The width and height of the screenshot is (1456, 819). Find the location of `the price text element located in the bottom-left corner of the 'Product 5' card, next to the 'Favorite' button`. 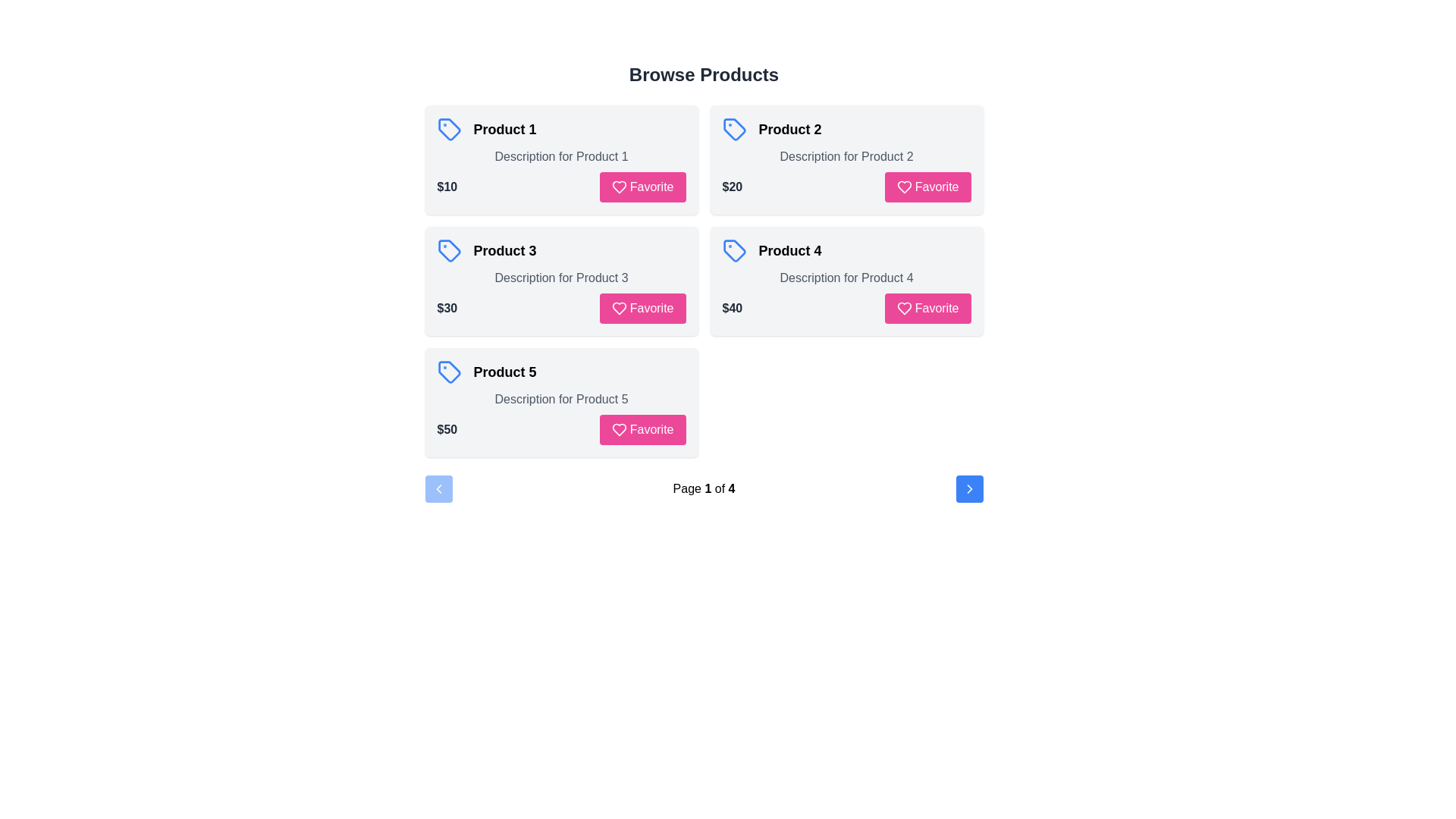

the price text element located in the bottom-left corner of the 'Product 5' card, next to the 'Favorite' button is located at coordinates (446, 430).